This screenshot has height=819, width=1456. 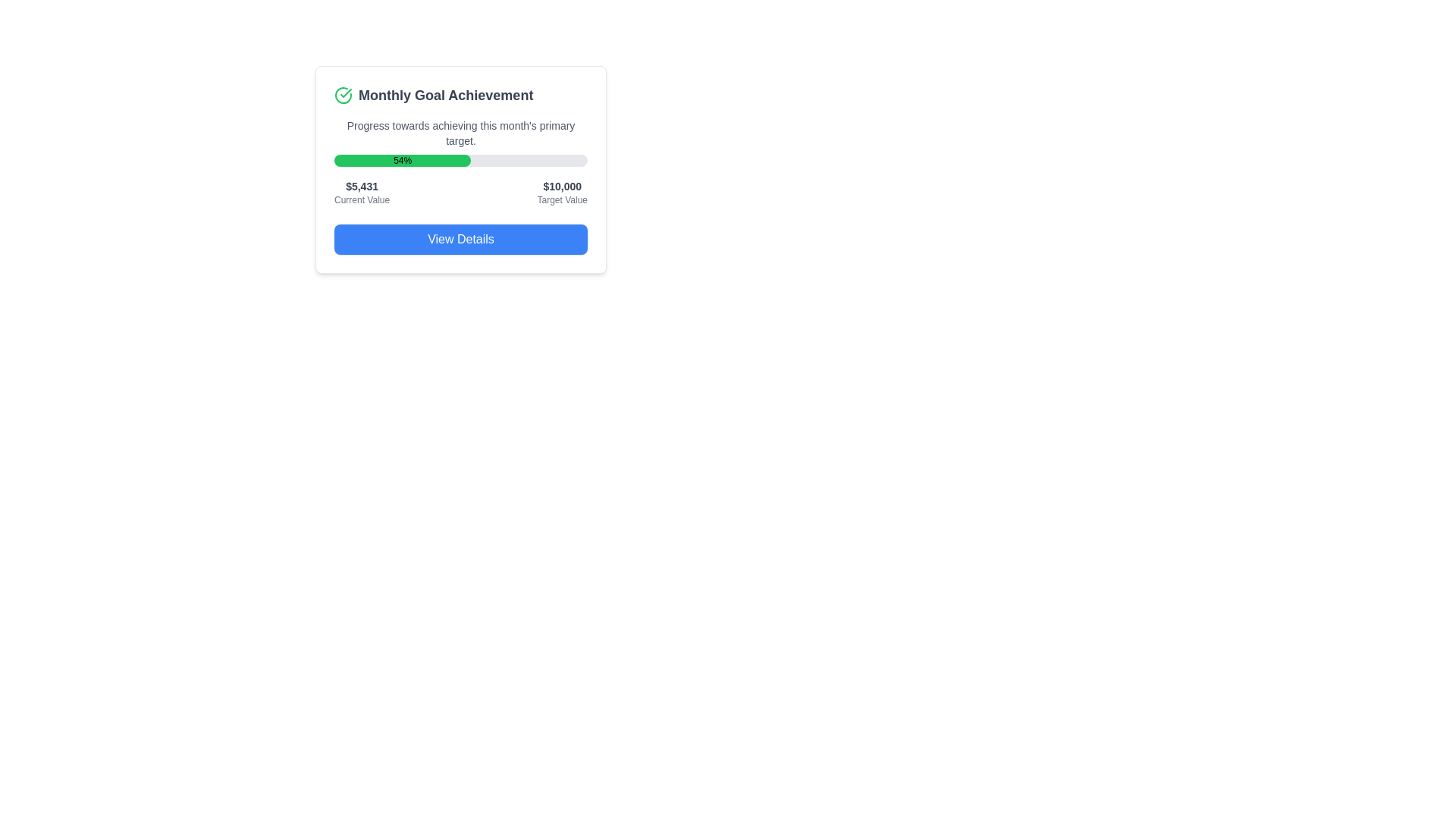 What do you see at coordinates (561, 199) in the screenshot?
I see `the static text label that displays 'Target Value', styled with 'text-gray-500 text-xs', located under the '$10,000' label in the bottom-right corner of the panel` at bounding box center [561, 199].